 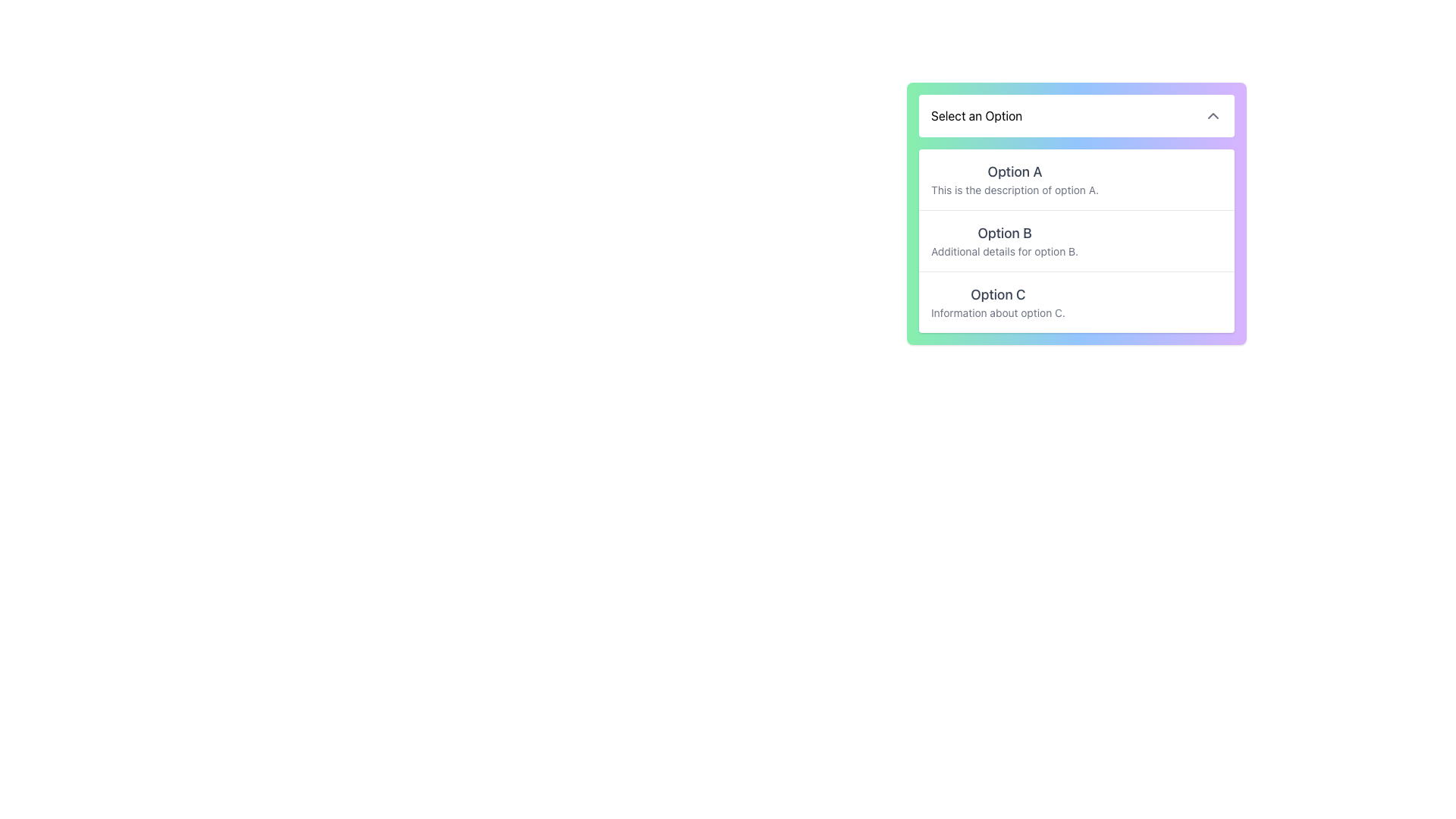 What do you see at coordinates (1015, 171) in the screenshot?
I see `the text content of the Text Label that serves as the title for the first selectable option in the dropdown menu` at bounding box center [1015, 171].